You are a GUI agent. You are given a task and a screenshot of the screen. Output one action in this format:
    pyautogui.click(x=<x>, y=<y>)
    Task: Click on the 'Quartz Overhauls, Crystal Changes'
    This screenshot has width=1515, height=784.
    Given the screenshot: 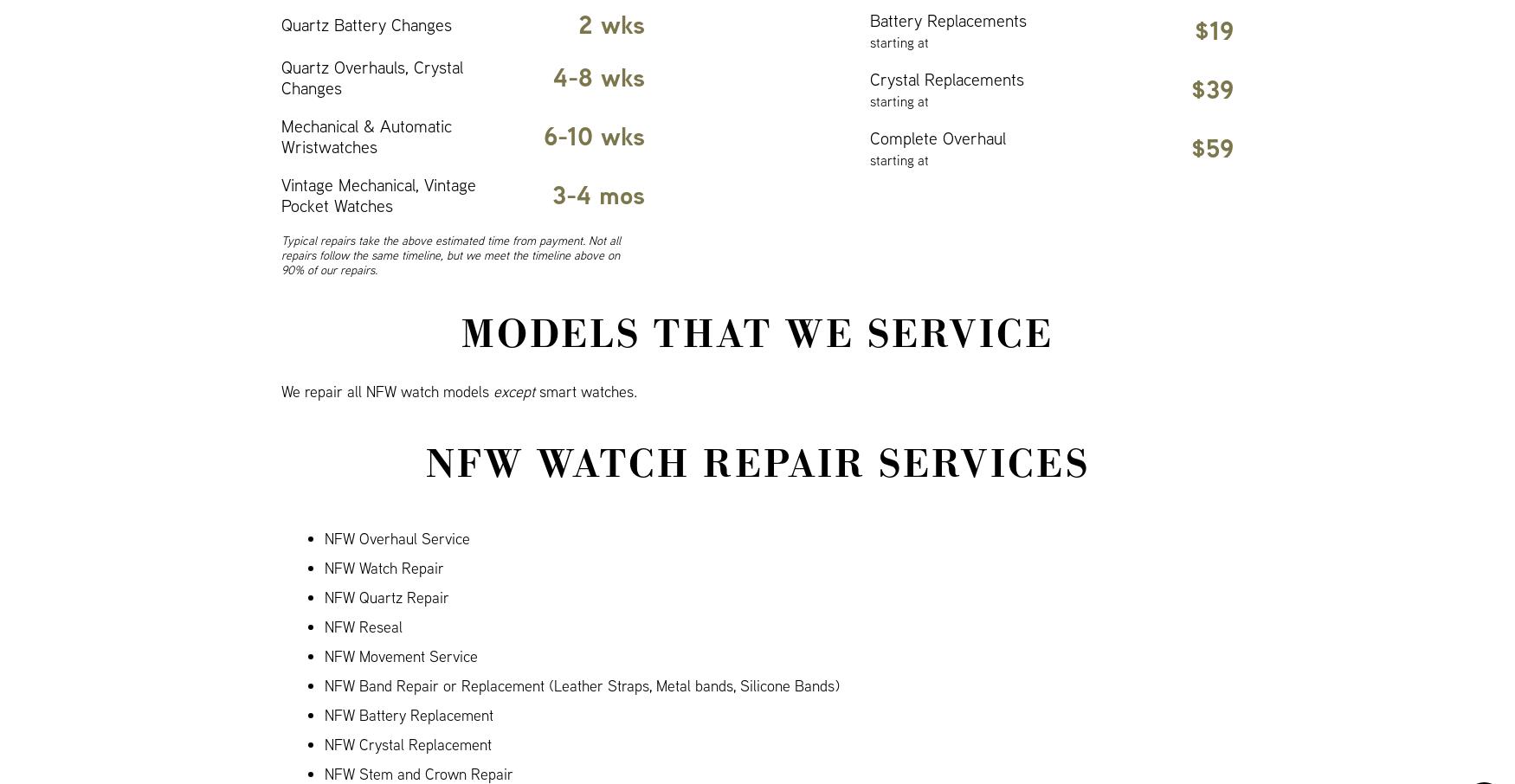 What is the action you would take?
    pyautogui.click(x=371, y=77)
    